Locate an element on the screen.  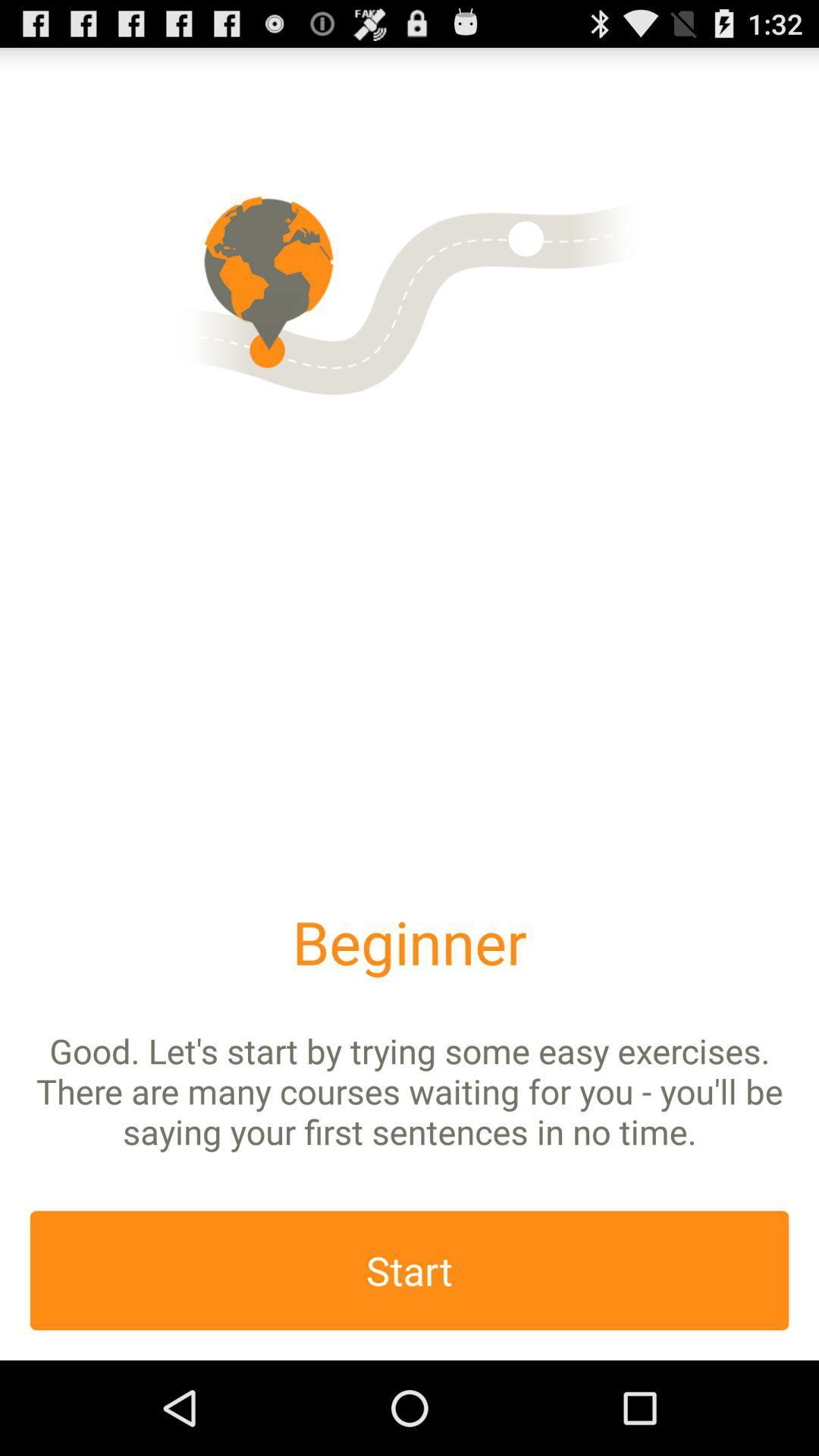
start option is located at coordinates (409, 1270).